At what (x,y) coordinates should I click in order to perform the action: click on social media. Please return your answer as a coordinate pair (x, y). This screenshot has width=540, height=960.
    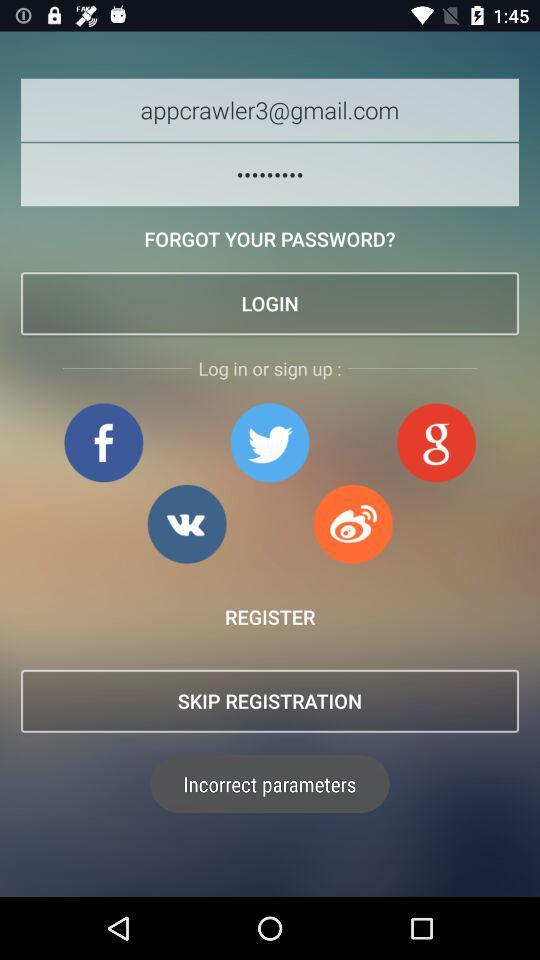
    Looking at the image, I should click on (186, 523).